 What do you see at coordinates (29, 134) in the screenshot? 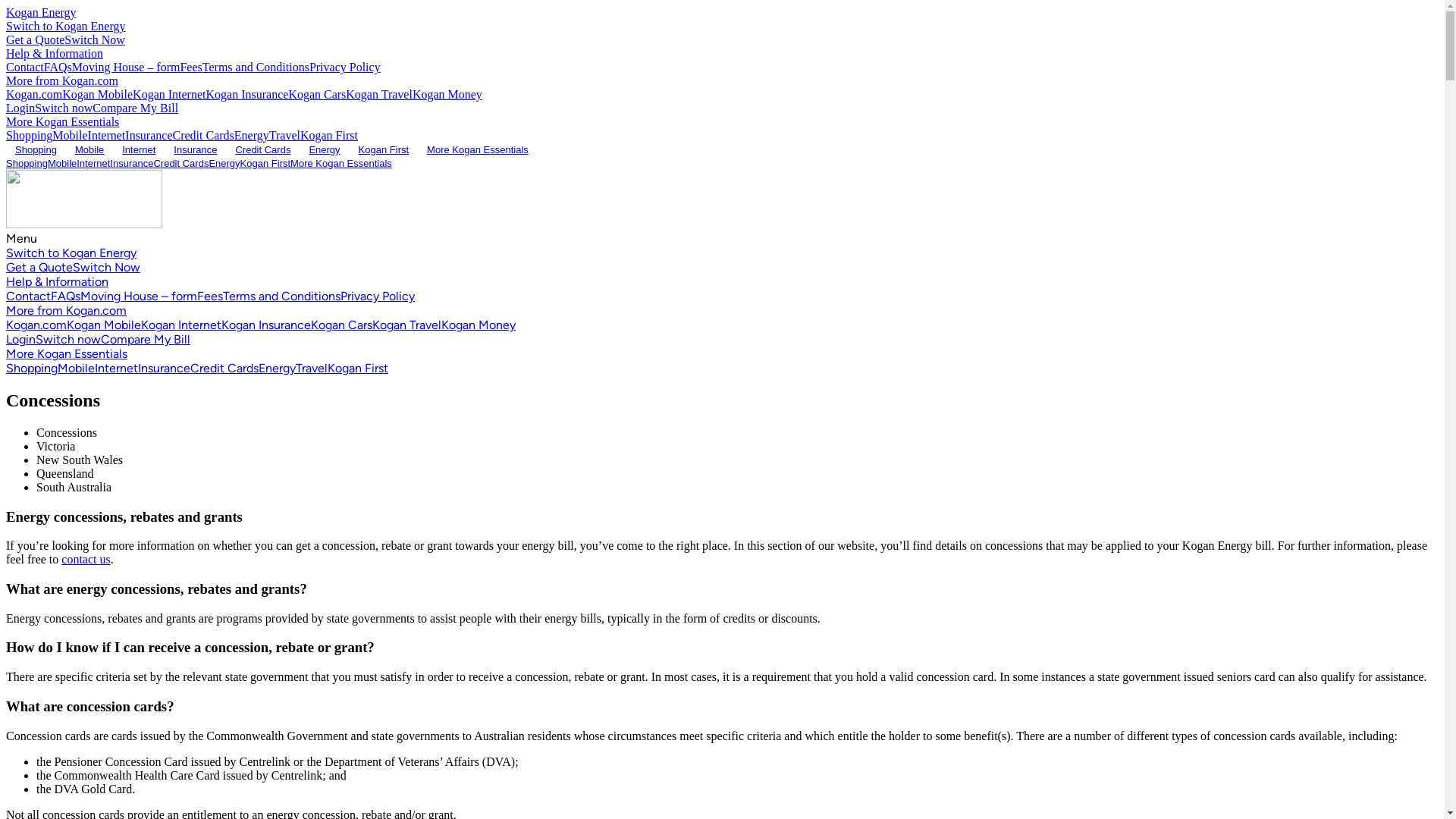
I see `'Shopping'` at bounding box center [29, 134].